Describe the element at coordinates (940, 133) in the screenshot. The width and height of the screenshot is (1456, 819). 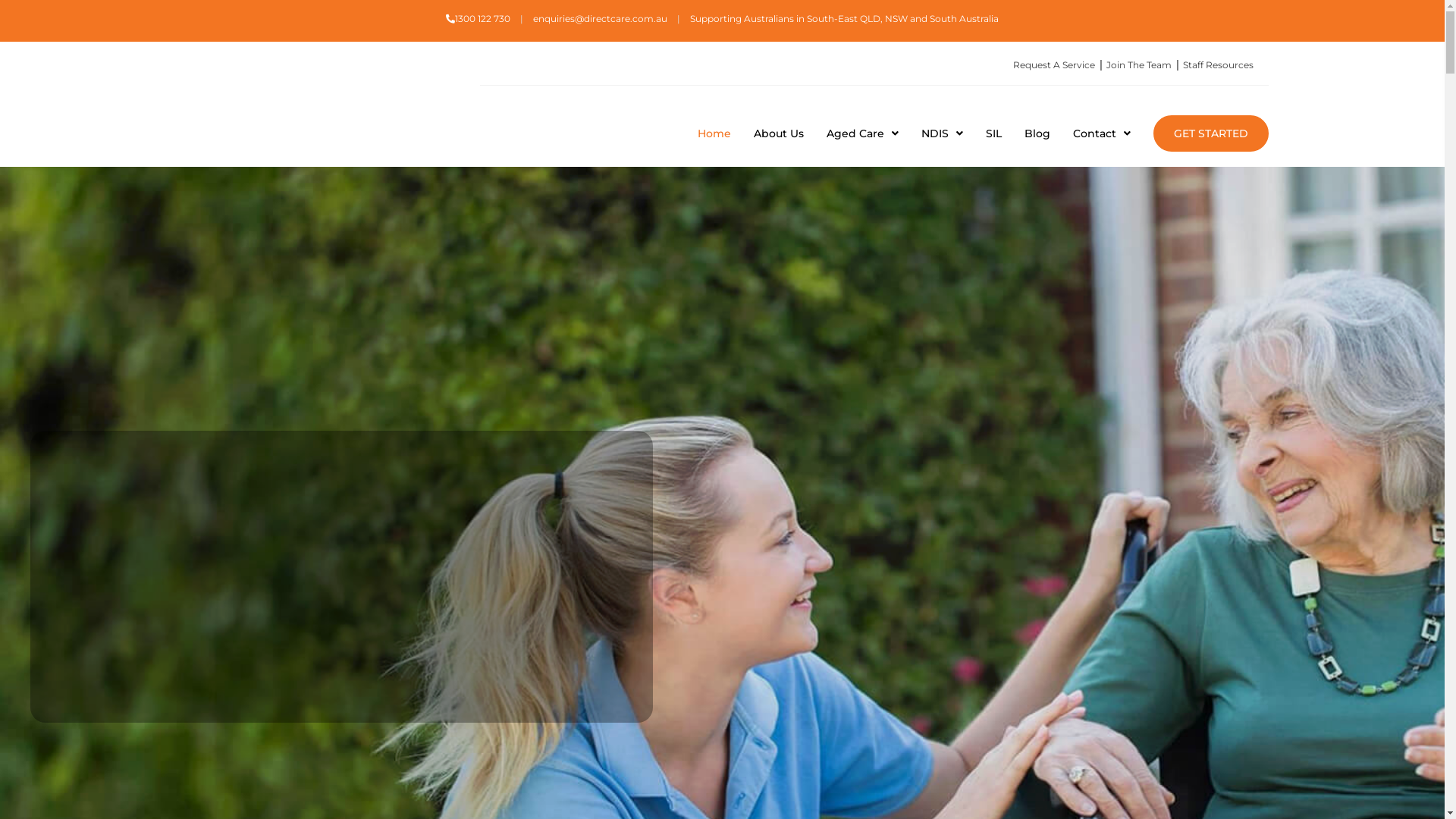
I see `'NDIS'` at that location.